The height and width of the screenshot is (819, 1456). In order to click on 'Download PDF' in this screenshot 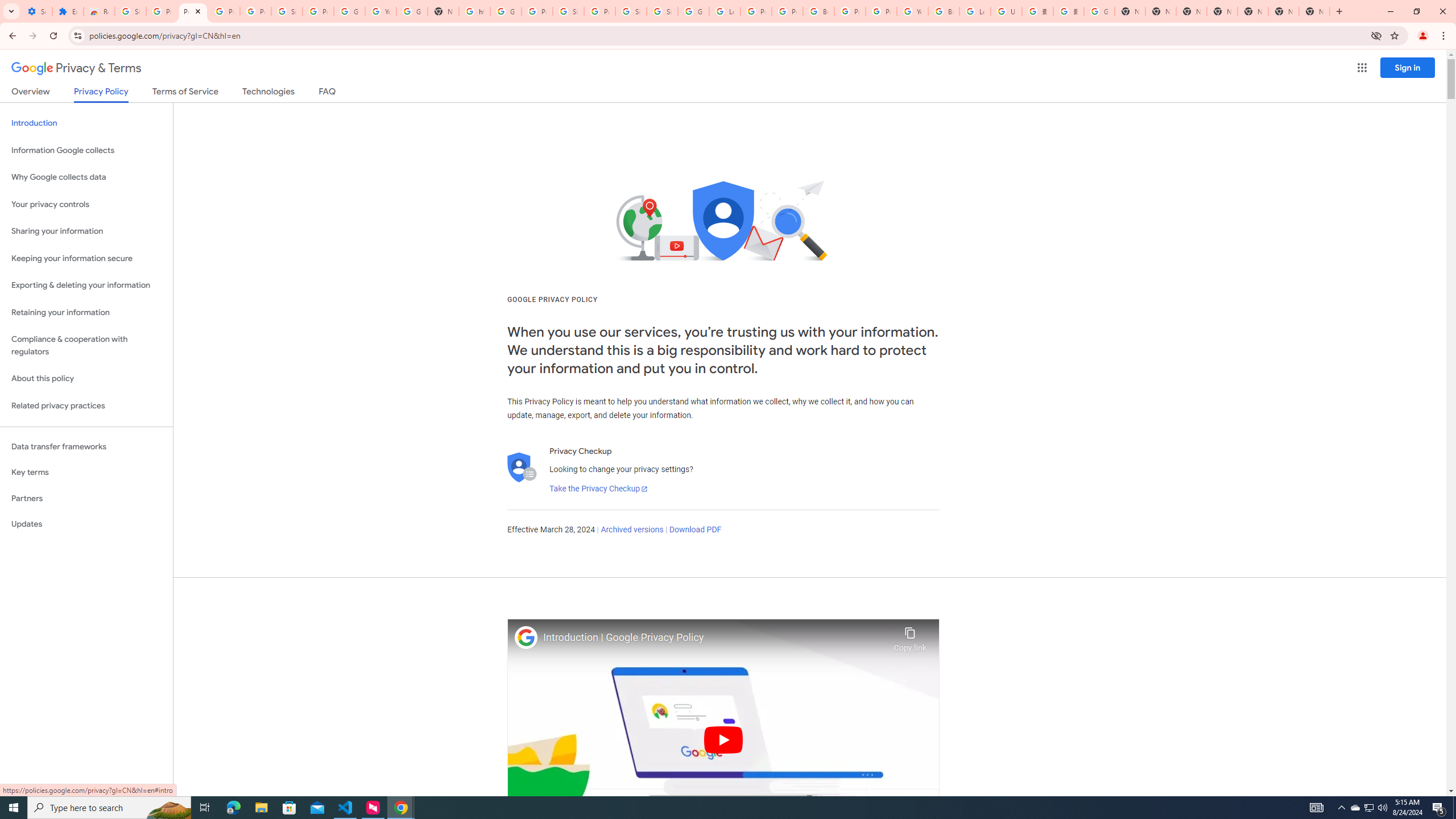, I will do `click(695, 529)`.